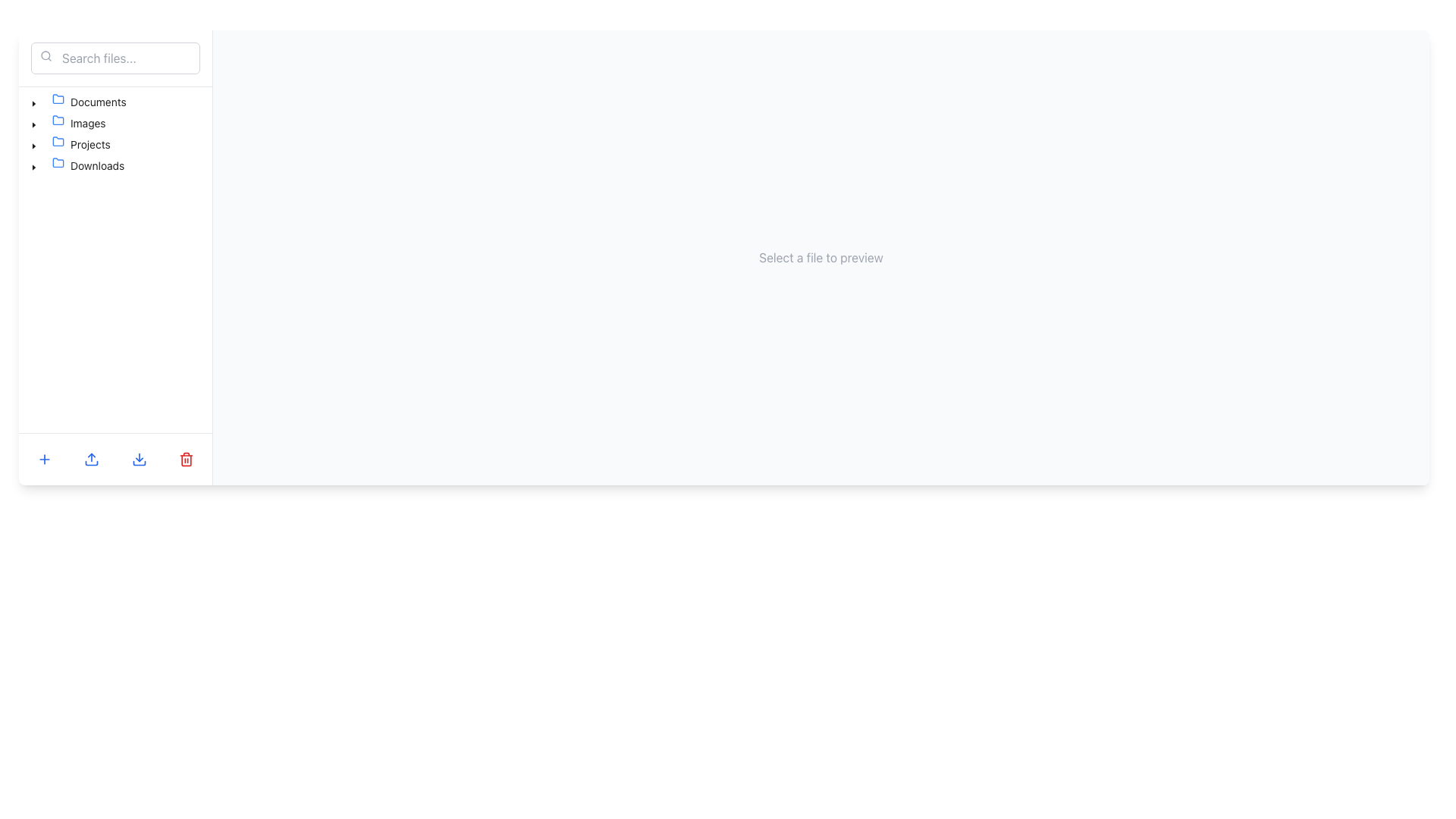 The height and width of the screenshot is (819, 1456). Describe the element at coordinates (46, 55) in the screenshot. I see `the search field adjacent to the magnifying glass icon, which is a gray SVG icon positioned to the left inside a search input field` at that location.